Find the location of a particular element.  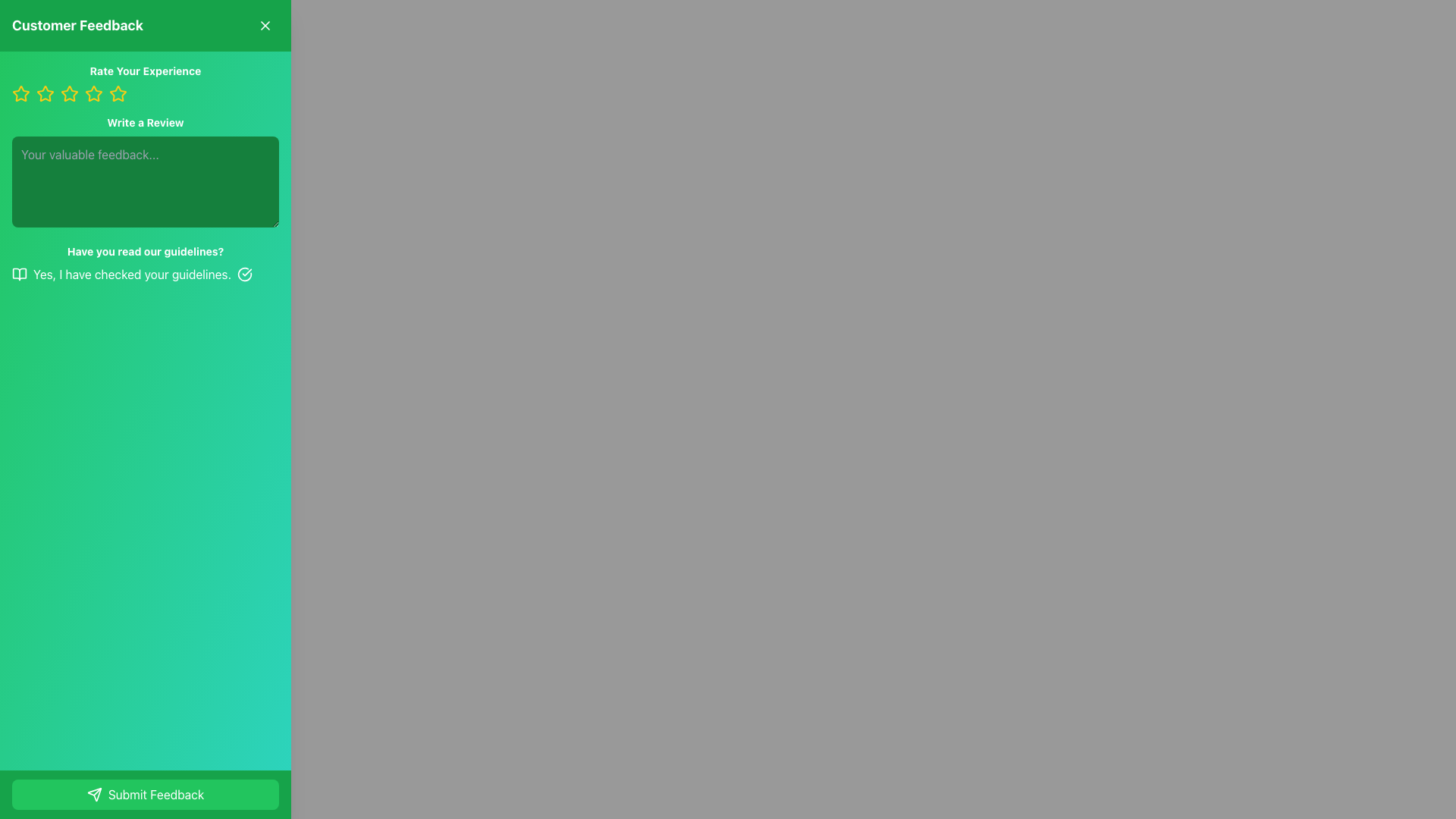

the static text label that says 'Write a Review', which is styled in bold font on a green background, positioned below a row of yellow stars and above a green rounded rectangular input box is located at coordinates (146, 122).